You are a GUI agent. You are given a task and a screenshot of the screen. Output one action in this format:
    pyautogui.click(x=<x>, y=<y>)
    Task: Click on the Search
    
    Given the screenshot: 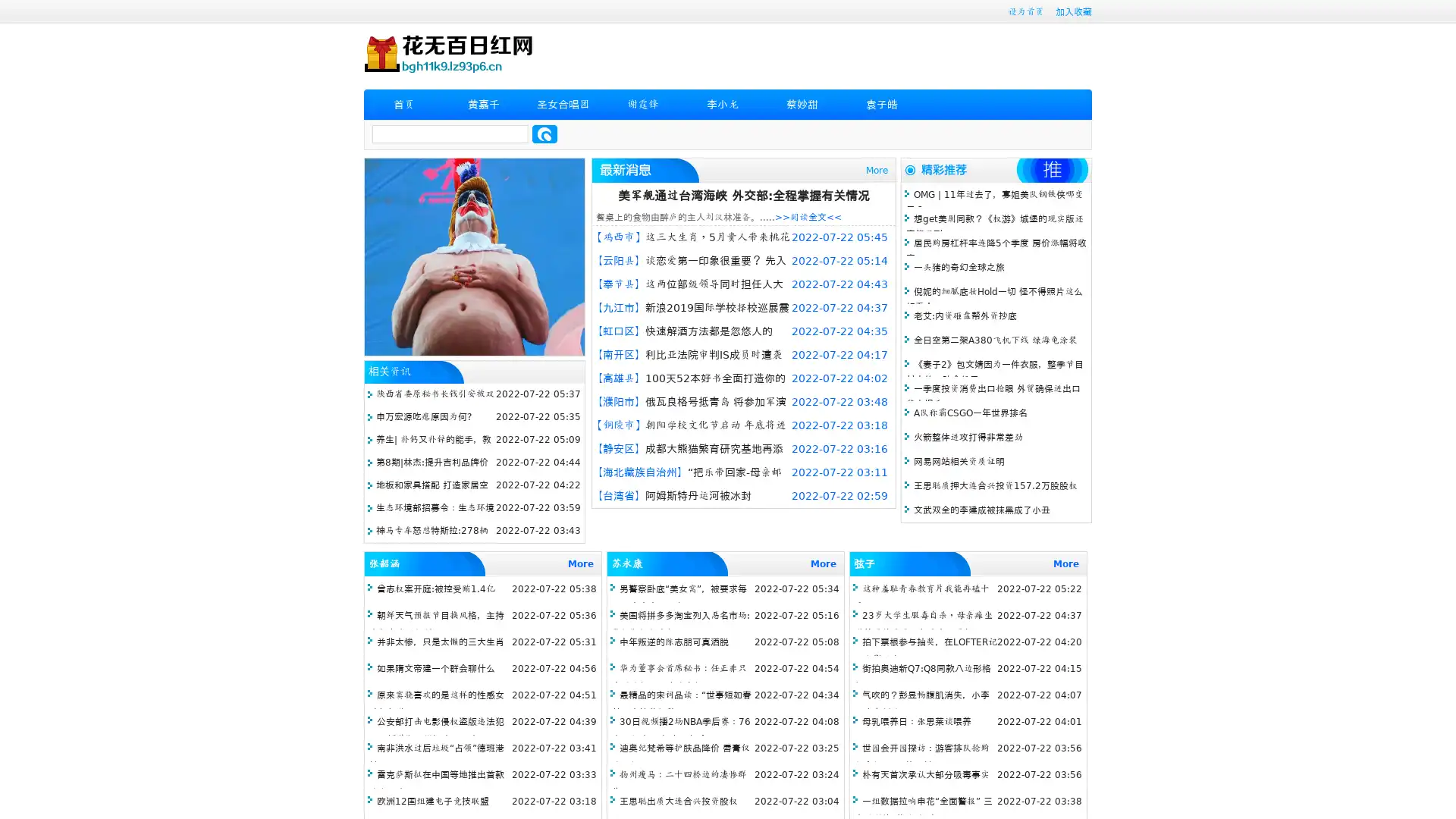 What is the action you would take?
    pyautogui.click(x=544, y=133)
    